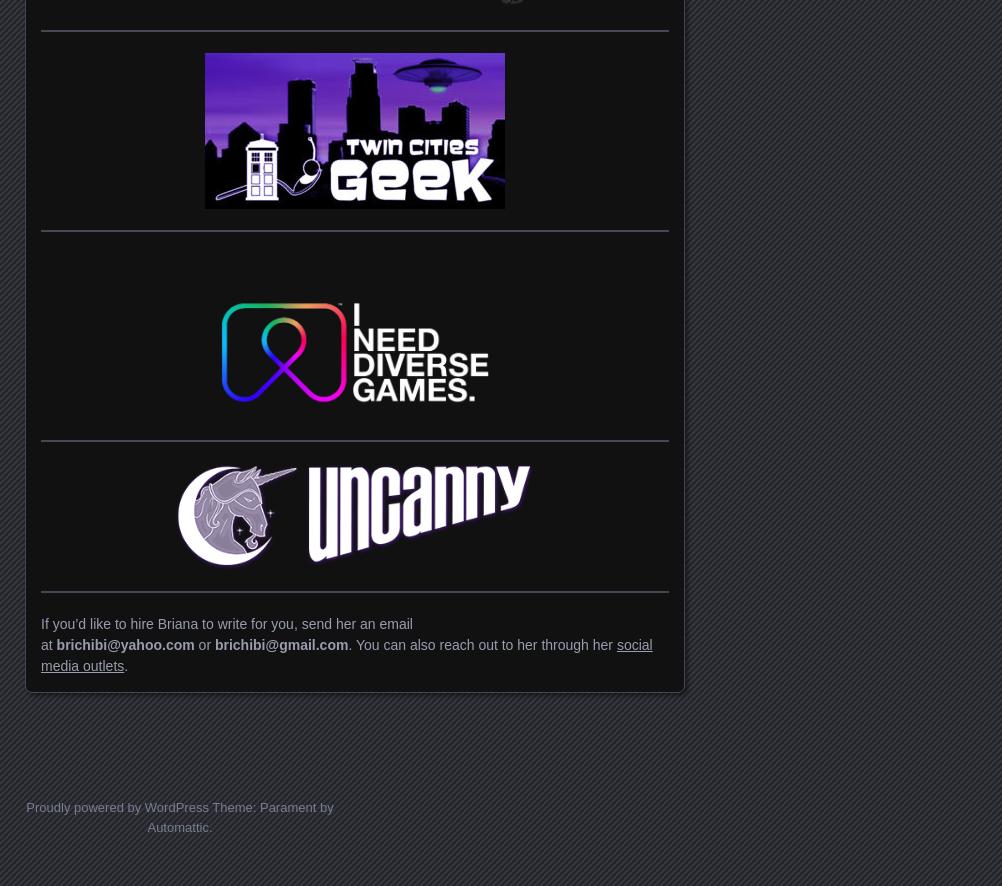  What do you see at coordinates (145, 826) in the screenshot?
I see `'Automattic'` at bounding box center [145, 826].